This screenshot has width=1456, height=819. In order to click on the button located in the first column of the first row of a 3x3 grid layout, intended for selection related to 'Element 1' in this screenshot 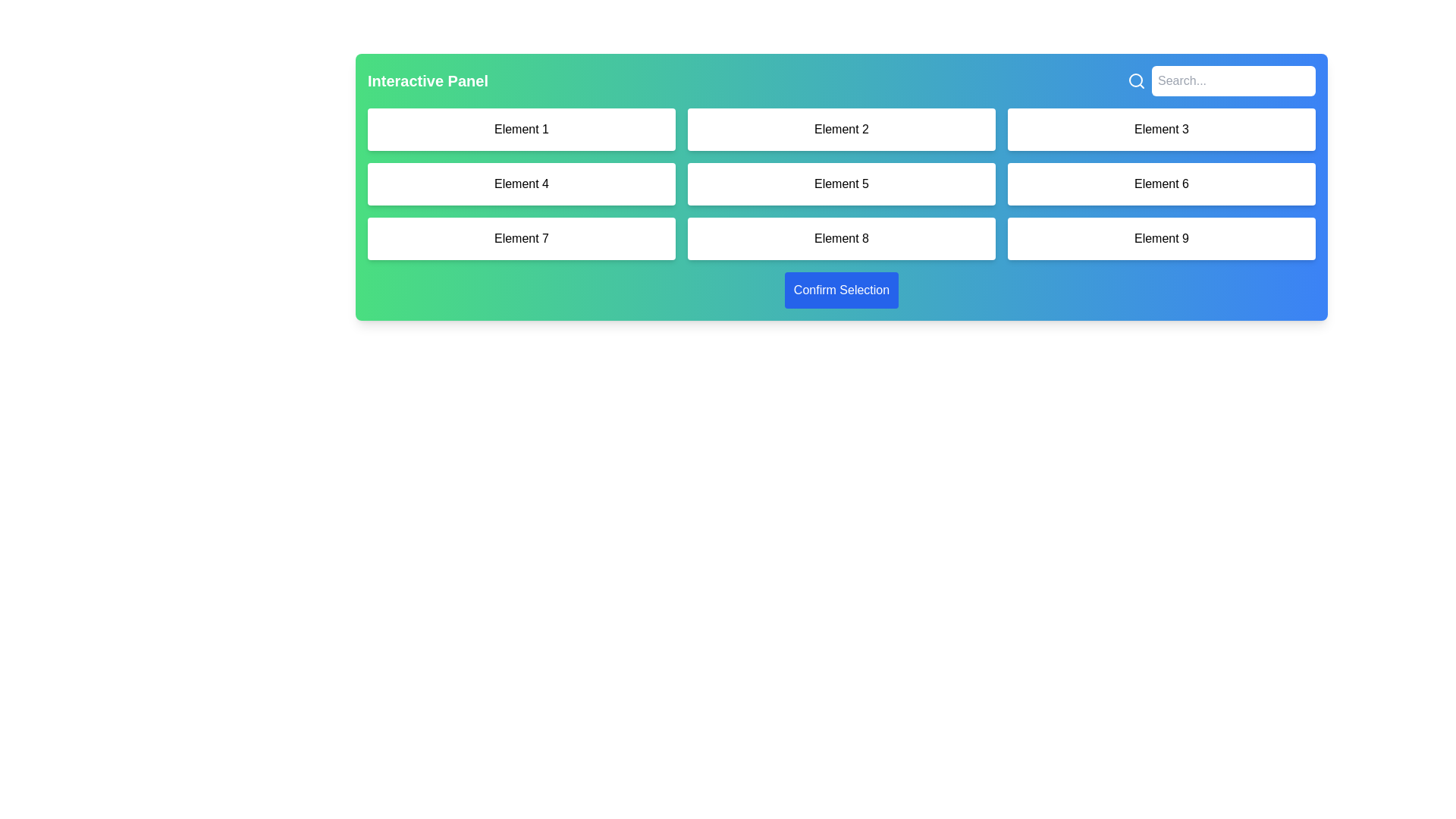, I will do `click(521, 128)`.